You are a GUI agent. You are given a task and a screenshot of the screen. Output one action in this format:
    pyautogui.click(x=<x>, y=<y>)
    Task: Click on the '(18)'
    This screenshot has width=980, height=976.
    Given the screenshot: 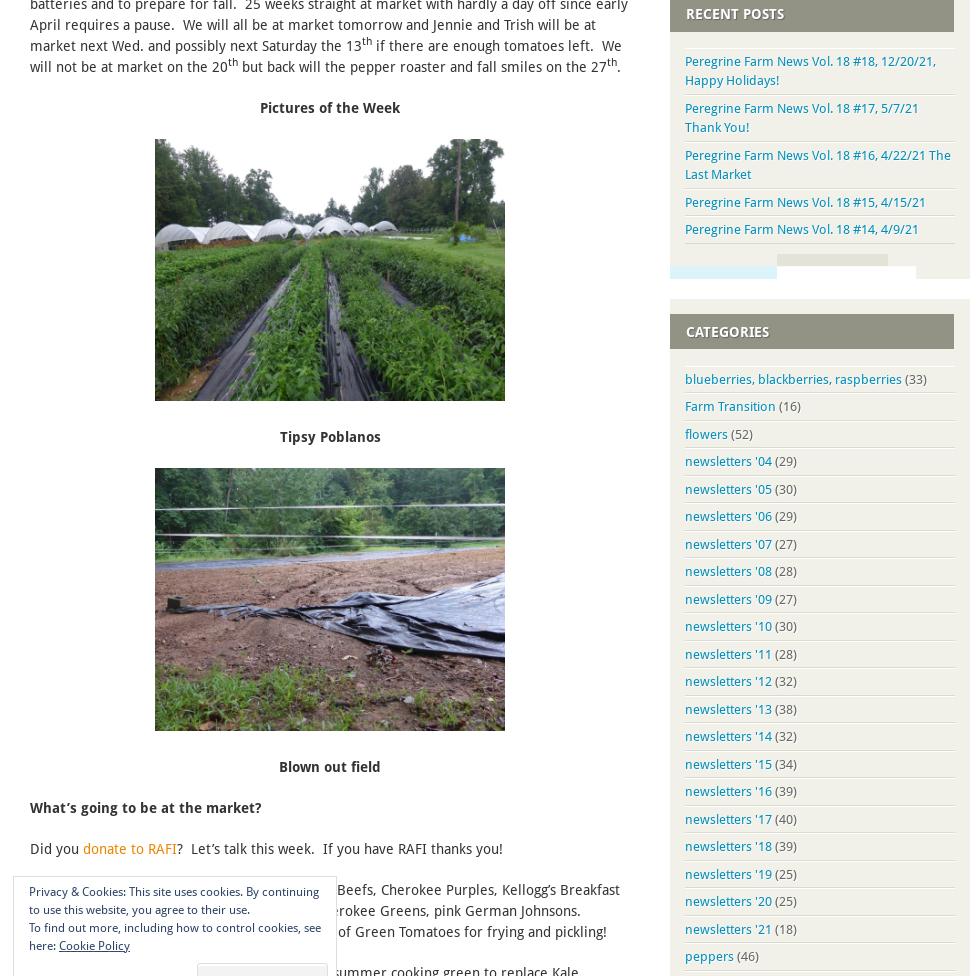 What is the action you would take?
    pyautogui.click(x=772, y=927)
    